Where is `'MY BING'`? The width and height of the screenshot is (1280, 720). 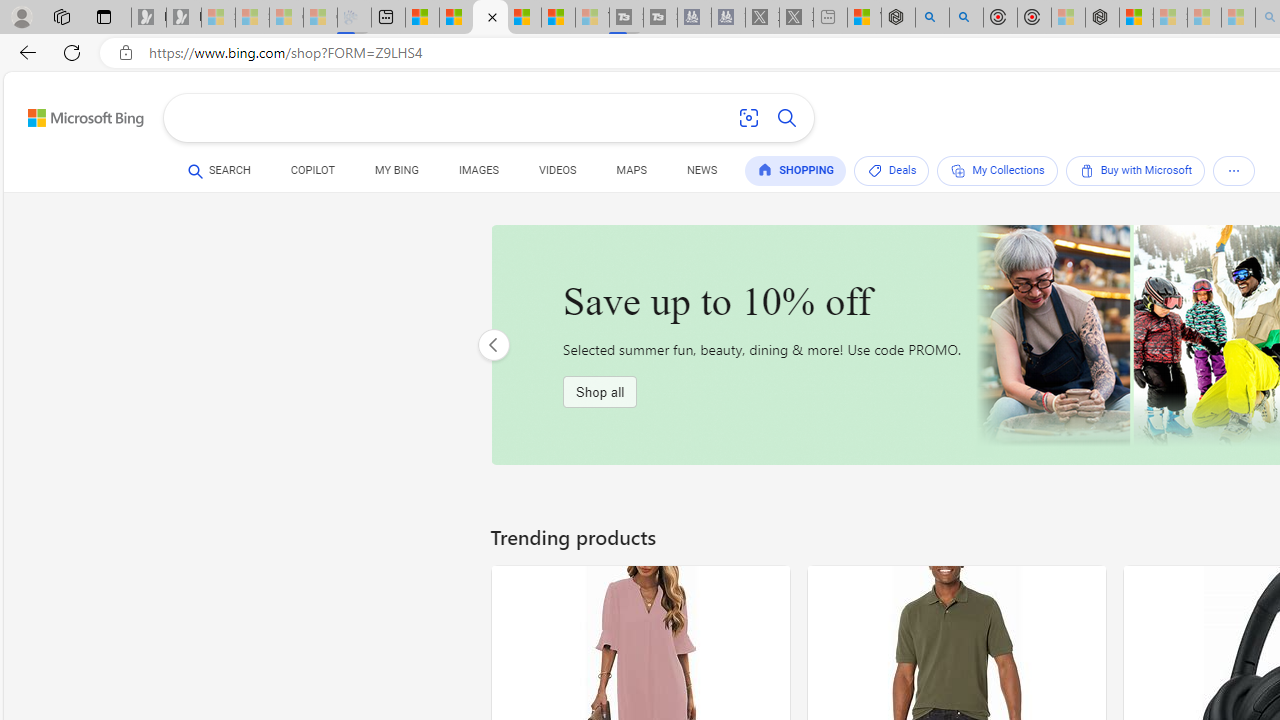
'MY BING' is located at coordinates (396, 172).